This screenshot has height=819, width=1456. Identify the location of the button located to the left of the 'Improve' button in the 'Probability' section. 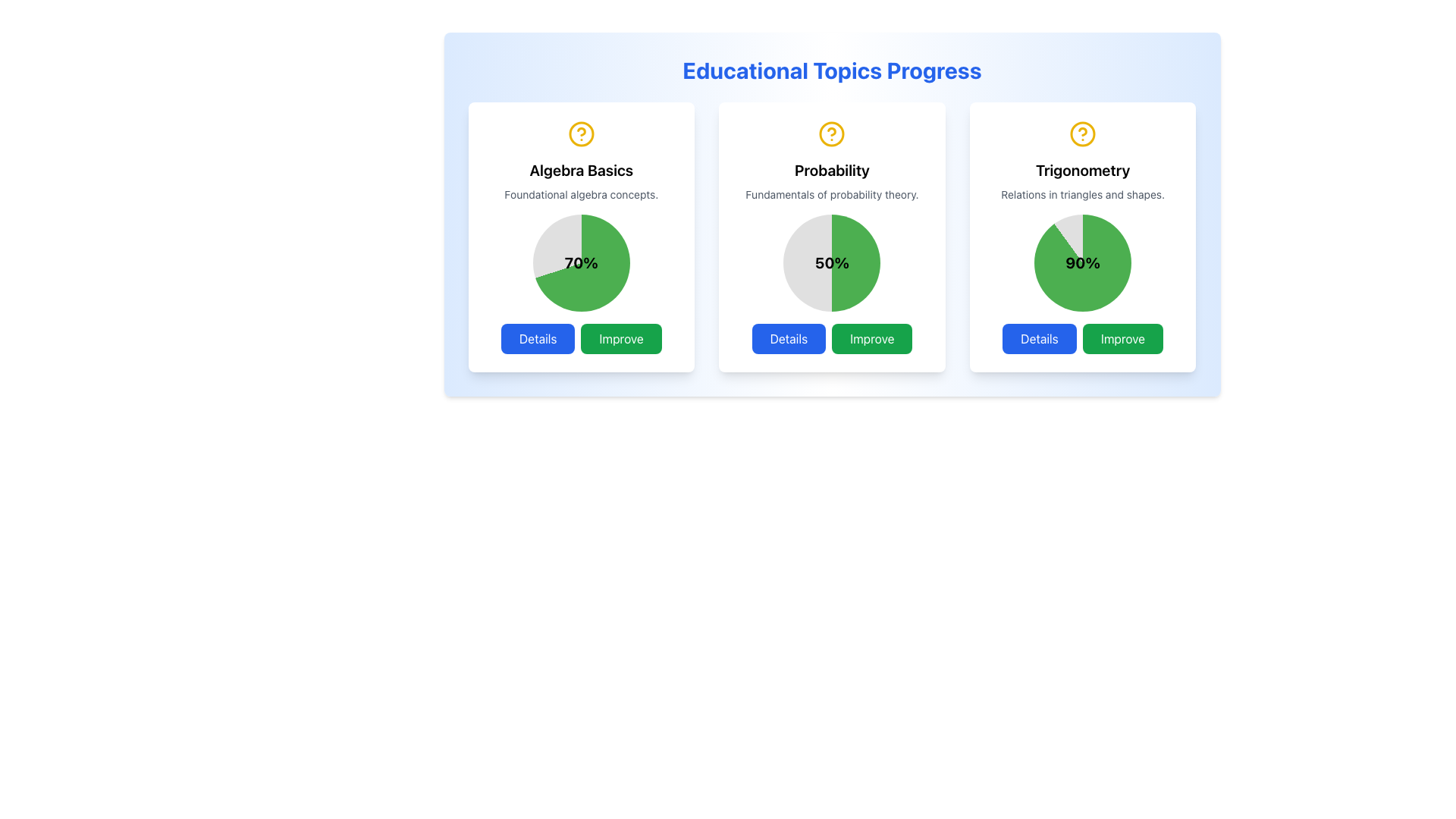
(789, 338).